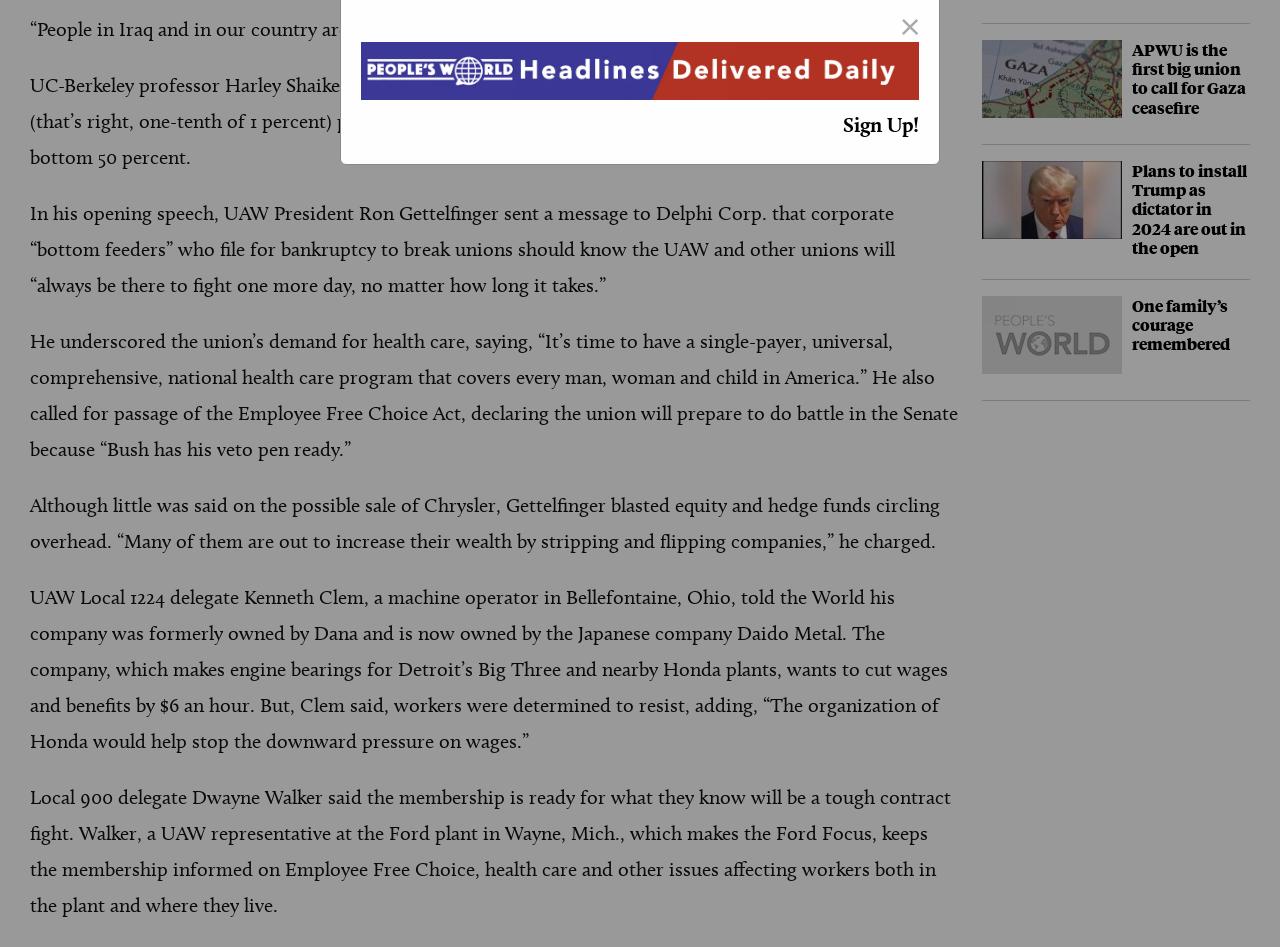  What do you see at coordinates (483, 120) in the screenshot?
I see `'UC-Berkeley professor Harley Shaiken reinforced that view when he told the convention the top 0.1 percent (that’s right, one-tenth of 1 percent) posted income increases in recent years equivalent to those of the bottom 50 percent.'` at bounding box center [483, 120].